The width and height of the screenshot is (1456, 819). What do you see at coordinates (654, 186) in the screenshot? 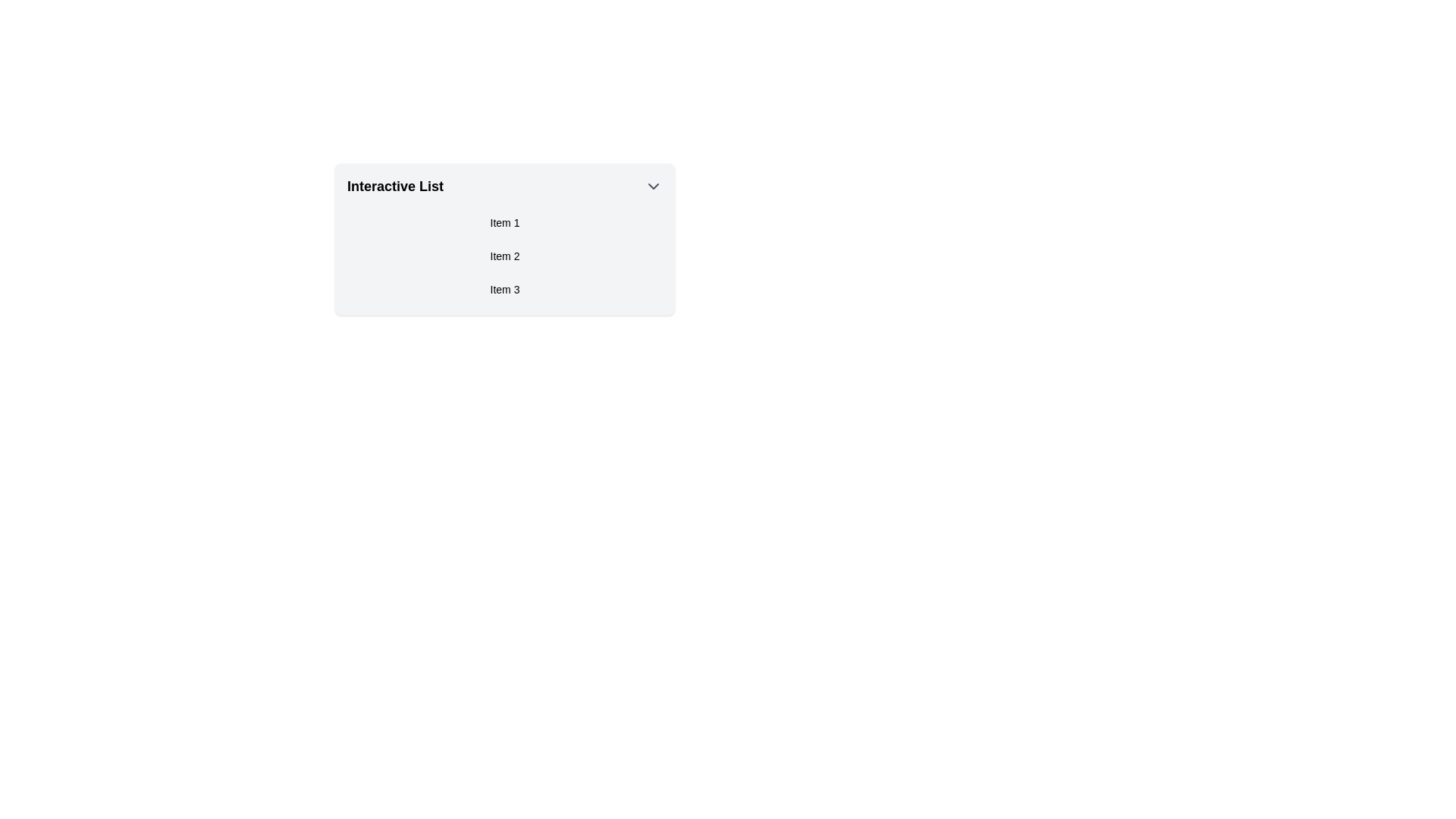
I see `the chevron icon located on the right end of the header row of the collapsible panel` at bounding box center [654, 186].